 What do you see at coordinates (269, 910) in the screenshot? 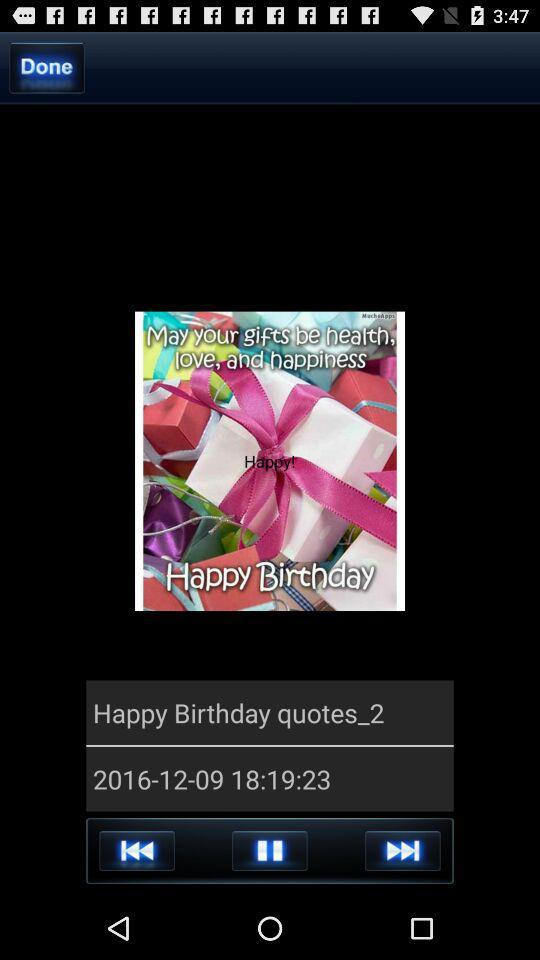
I see `the pause icon` at bounding box center [269, 910].